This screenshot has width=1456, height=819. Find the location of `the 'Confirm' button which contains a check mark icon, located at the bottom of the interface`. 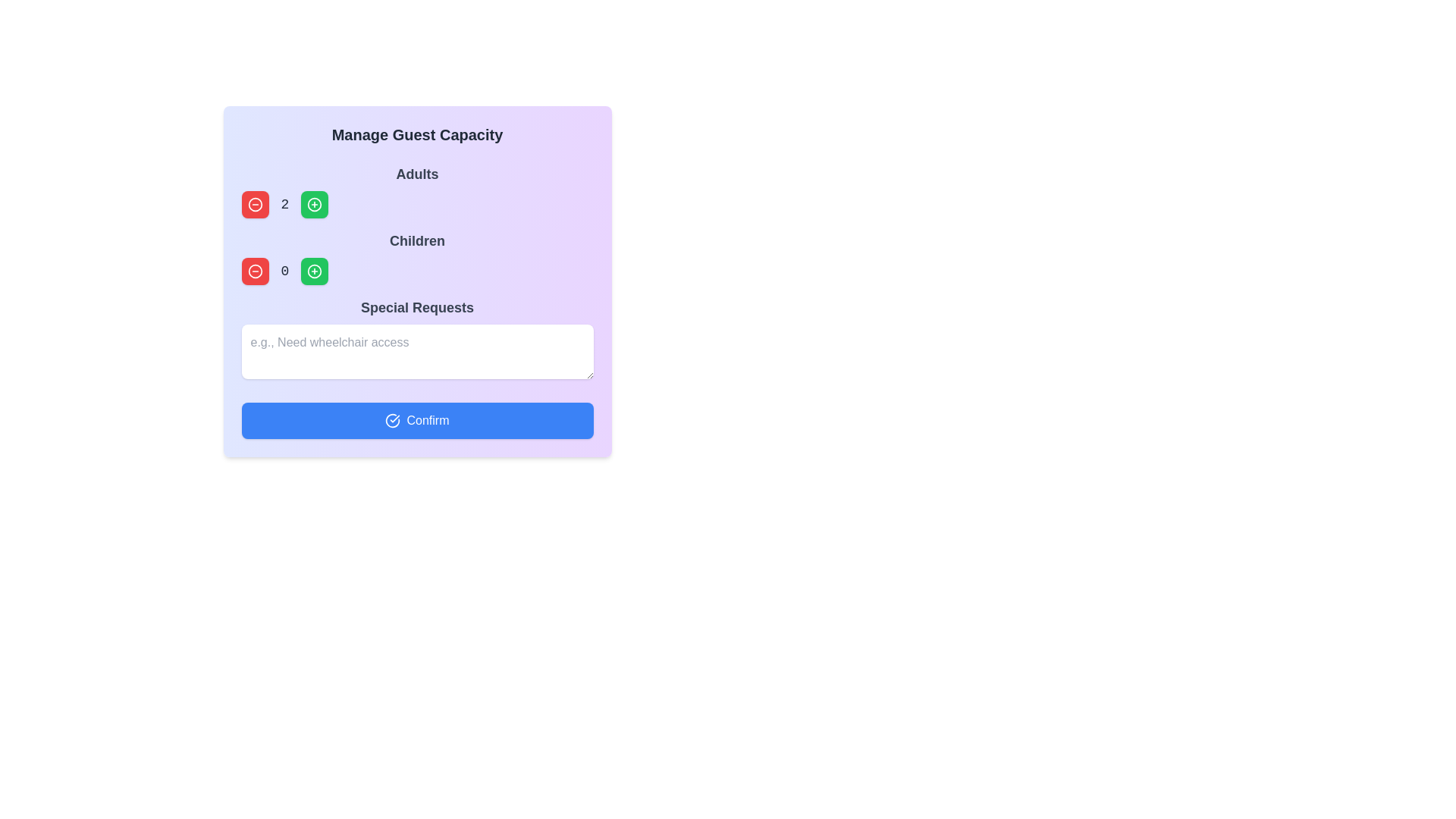

the 'Confirm' button which contains a check mark icon, located at the bottom of the interface is located at coordinates (393, 421).